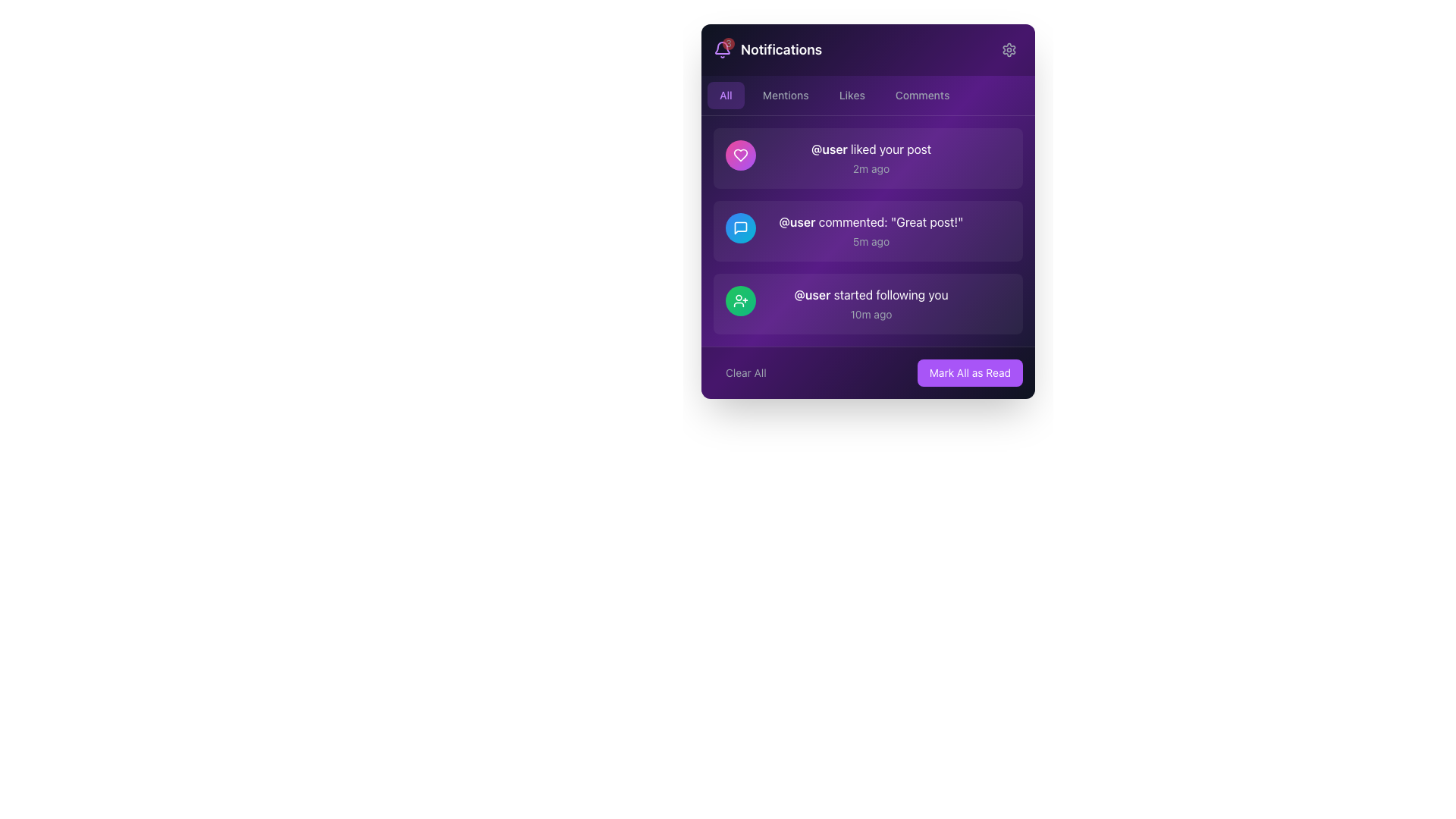  I want to click on the cogwheel icon located at the top-right corner of the notification panel, so click(1009, 49).